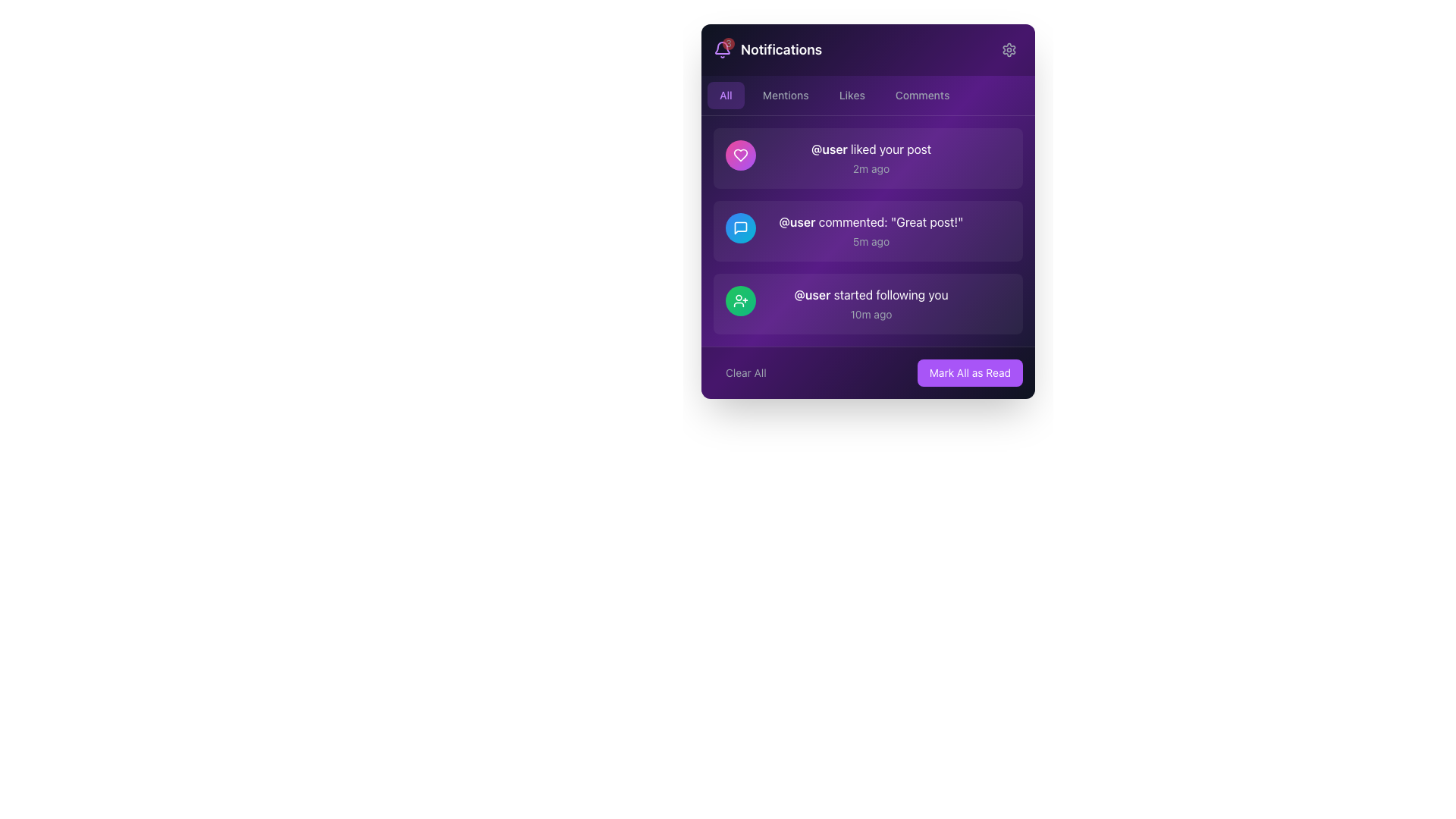  I want to click on the cogwheel icon located at the top-right corner of the notification panel, so click(1009, 49).